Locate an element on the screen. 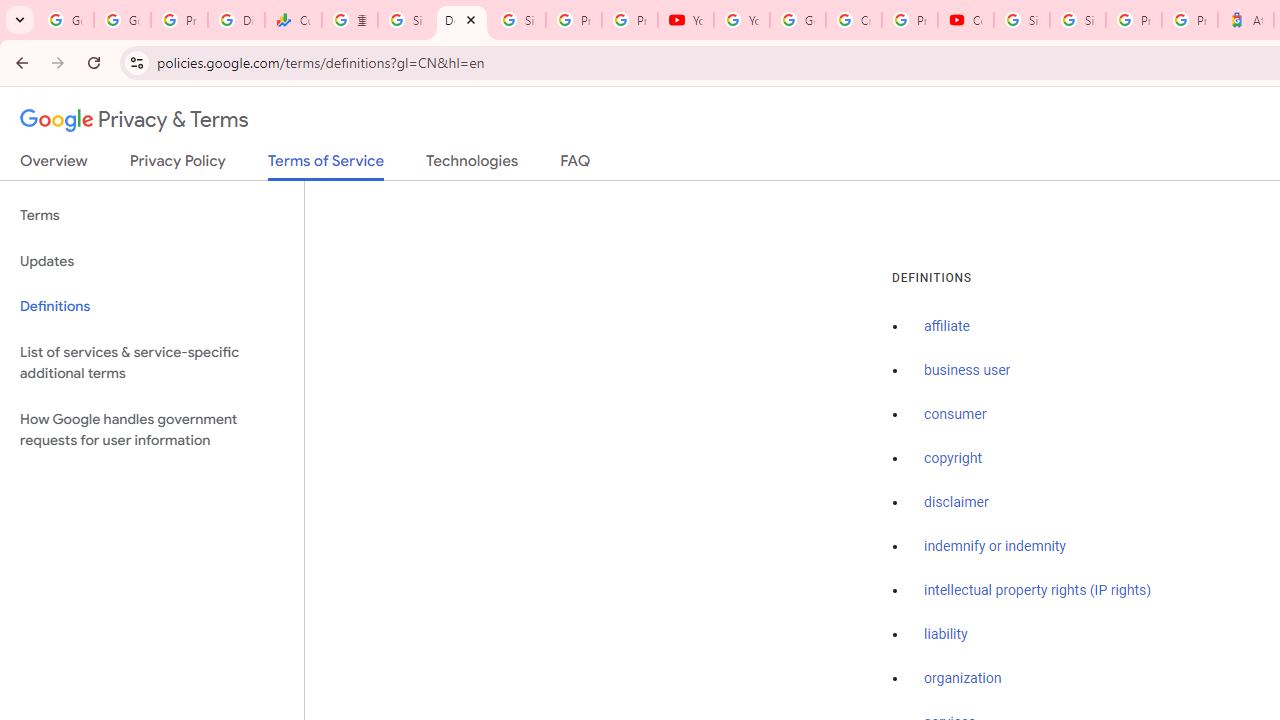  'disclaimer' is located at coordinates (955, 501).